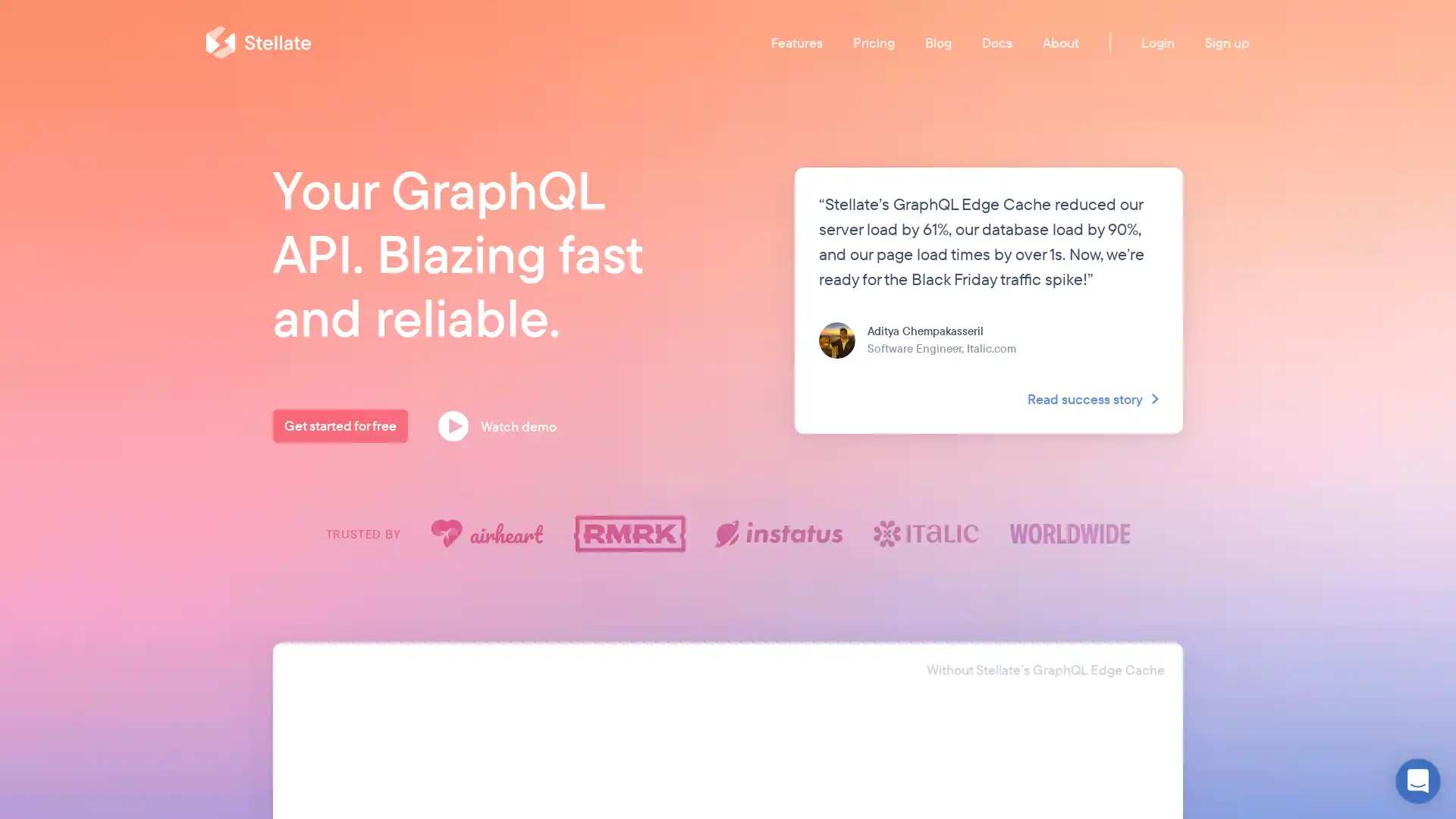 This screenshot has height=819, width=1456. What do you see at coordinates (1417, 780) in the screenshot?
I see `Open Intercom Messenger` at bounding box center [1417, 780].